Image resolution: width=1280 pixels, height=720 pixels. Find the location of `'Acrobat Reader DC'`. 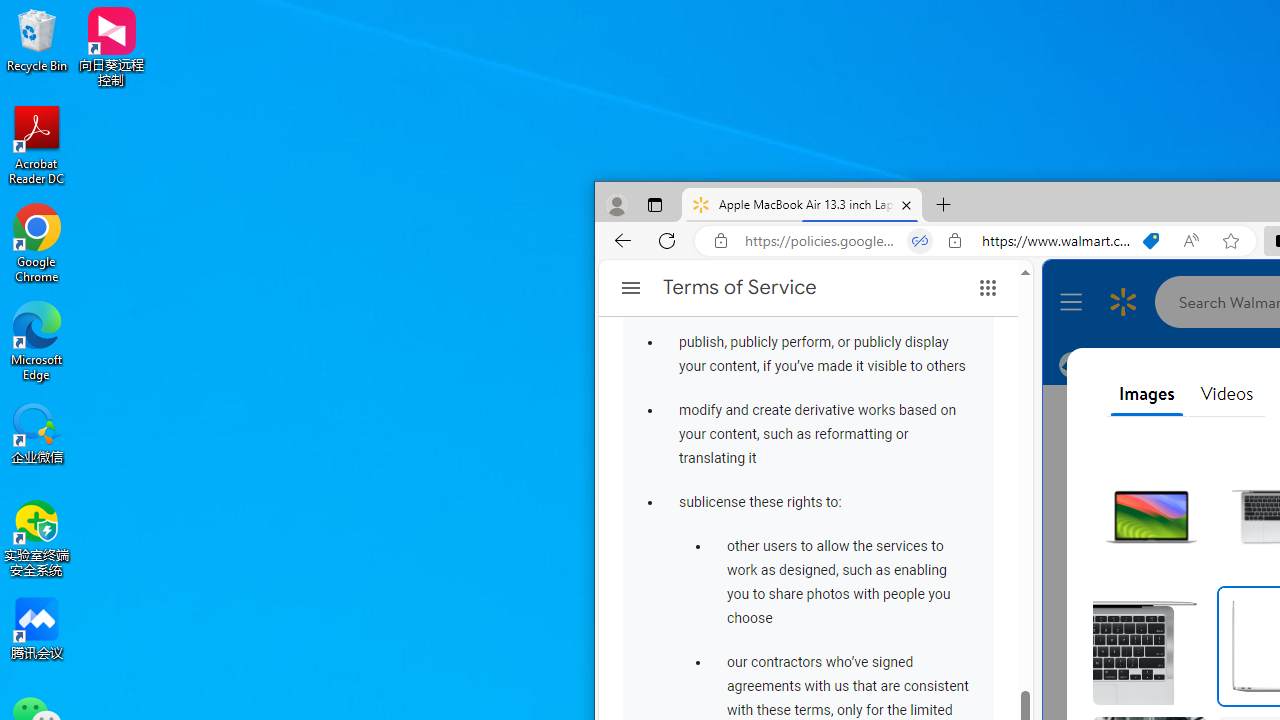

'Acrobat Reader DC' is located at coordinates (37, 144).